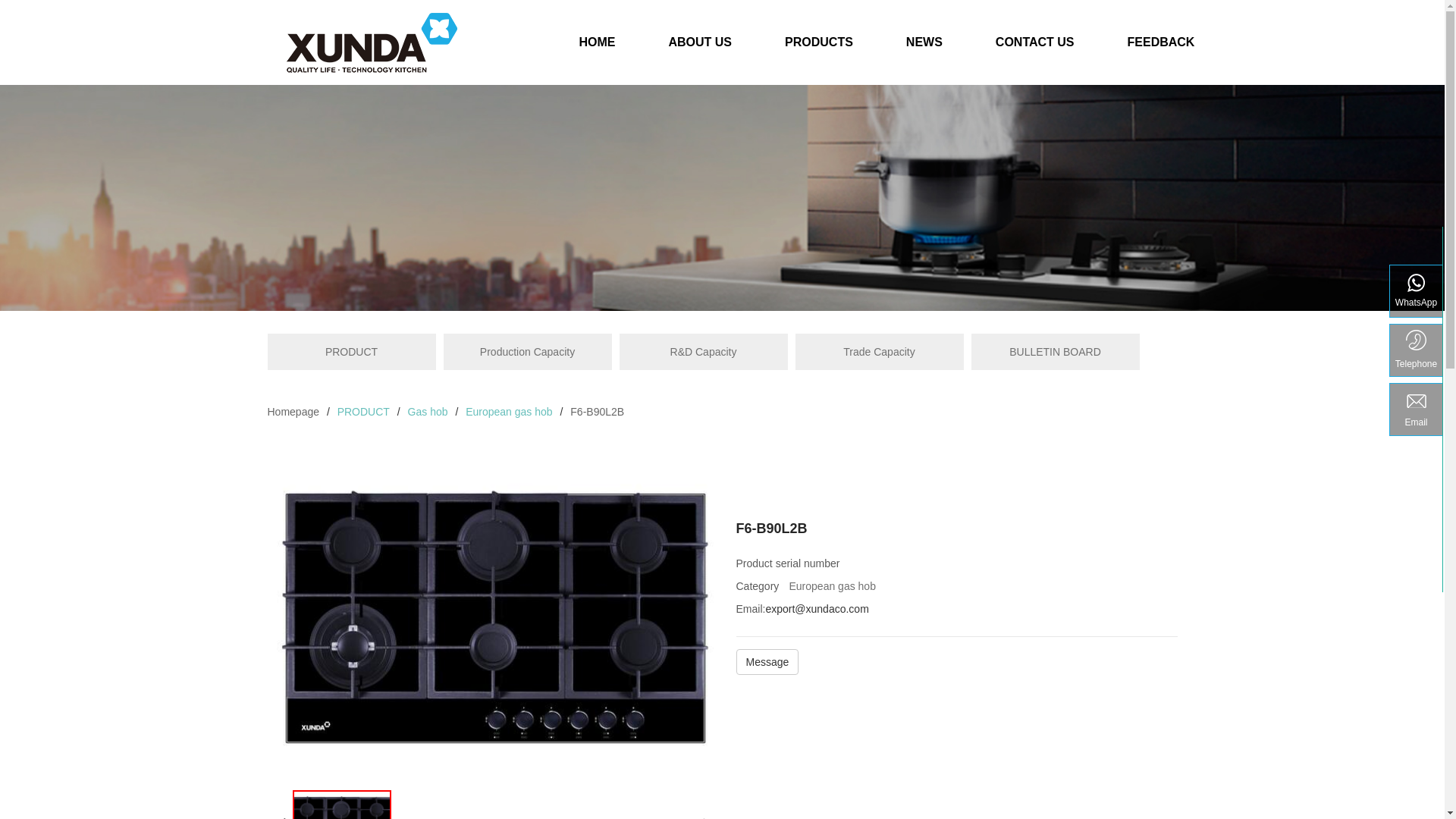 The height and width of the screenshot is (819, 1456). What do you see at coordinates (1415, 409) in the screenshot?
I see `'Email'` at bounding box center [1415, 409].